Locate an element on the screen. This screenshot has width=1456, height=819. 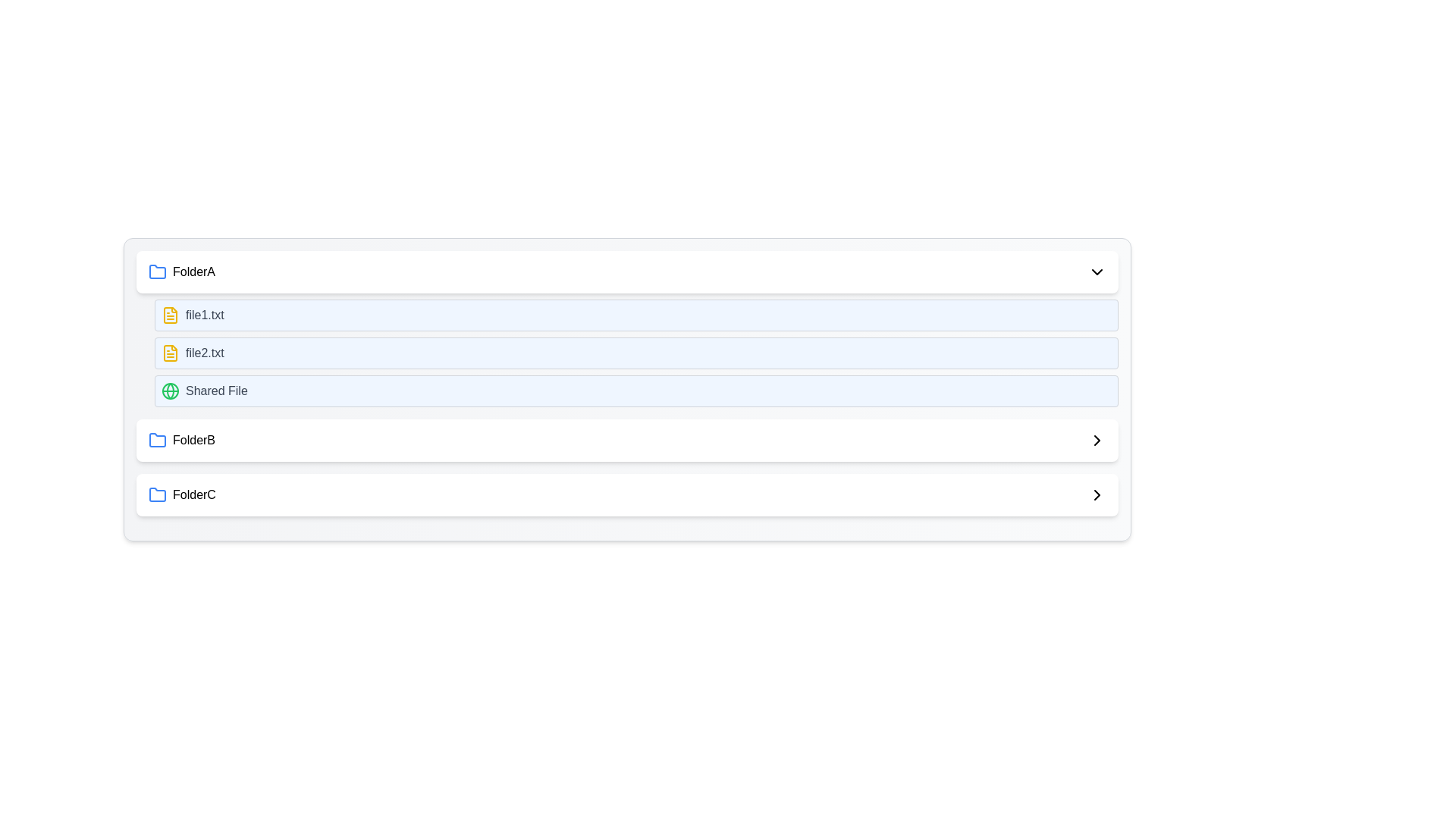
text of the 'FolderA' label, which is a medium, capitalized text located within the first item of a vertically arranged list, aligned to the right of a blue folder icon is located at coordinates (193, 271).